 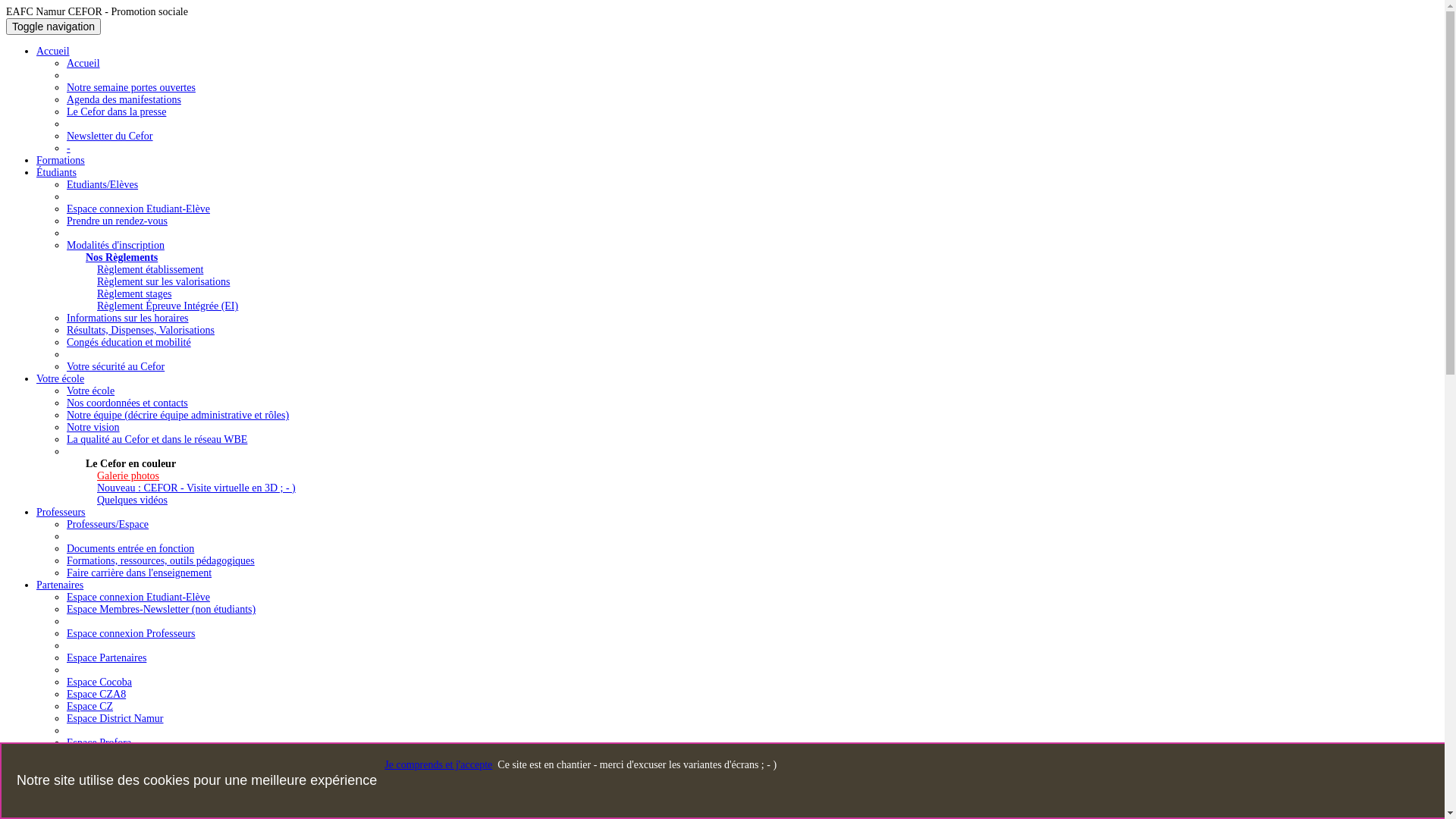 What do you see at coordinates (65, 657) in the screenshot?
I see `'Espace Partenaires'` at bounding box center [65, 657].